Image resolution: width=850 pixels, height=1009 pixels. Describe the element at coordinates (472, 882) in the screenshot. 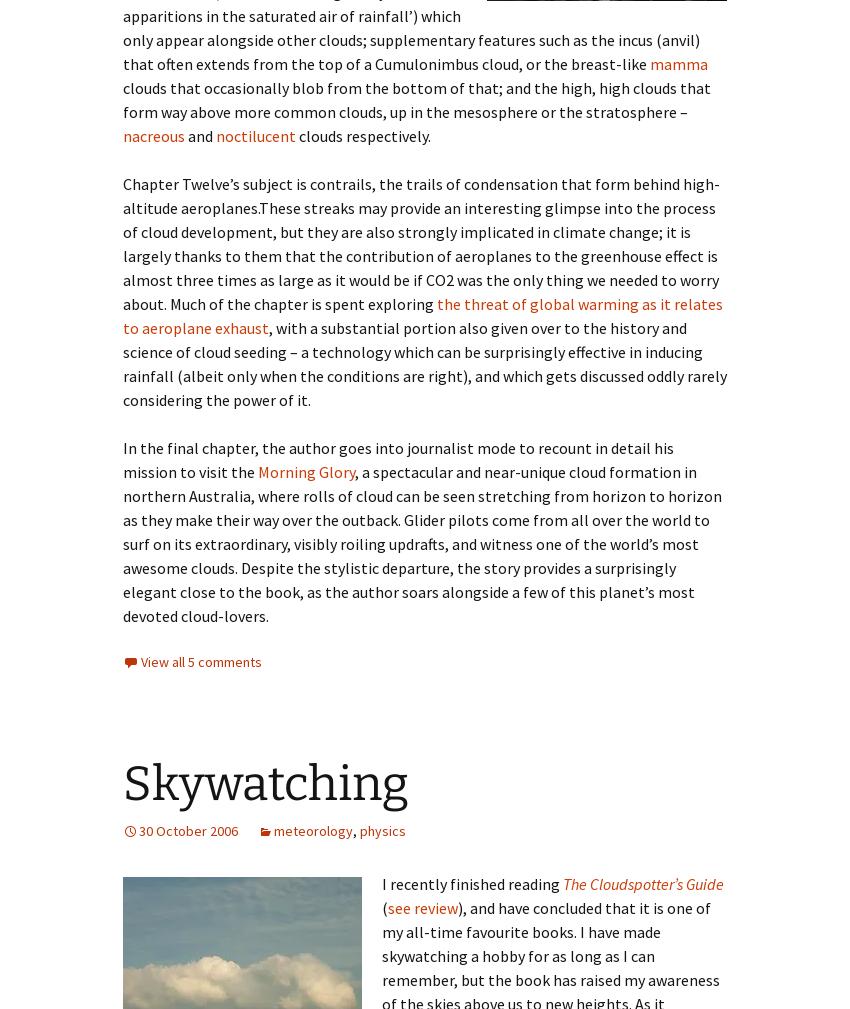

I see `'I recently finished reading'` at that location.